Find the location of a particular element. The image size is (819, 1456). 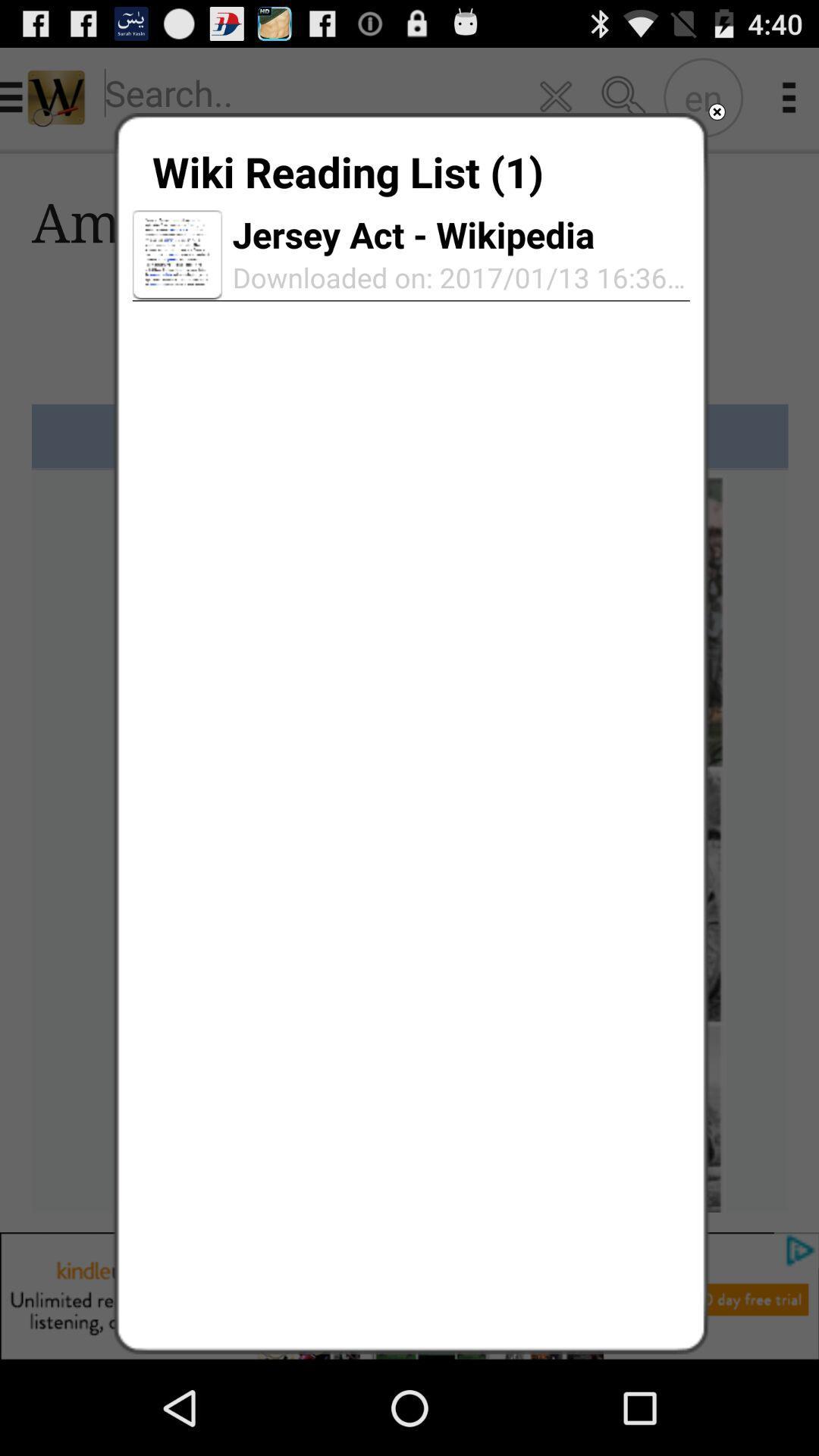

the icon below the jersey act - wikipedia app is located at coordinates (455, 277).